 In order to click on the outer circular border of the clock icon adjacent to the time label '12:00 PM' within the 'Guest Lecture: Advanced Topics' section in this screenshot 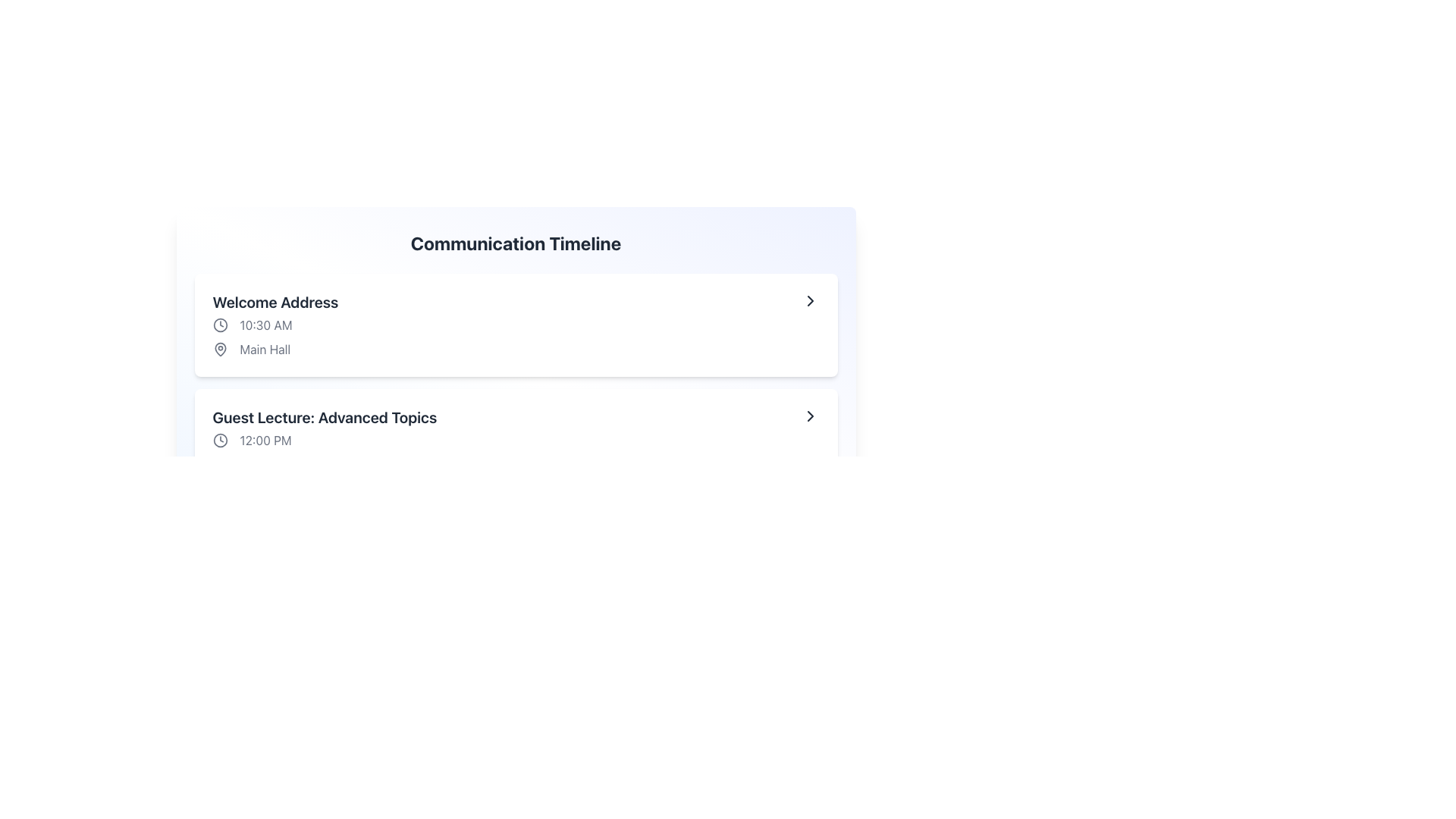, I will do `click(219, 441)`.